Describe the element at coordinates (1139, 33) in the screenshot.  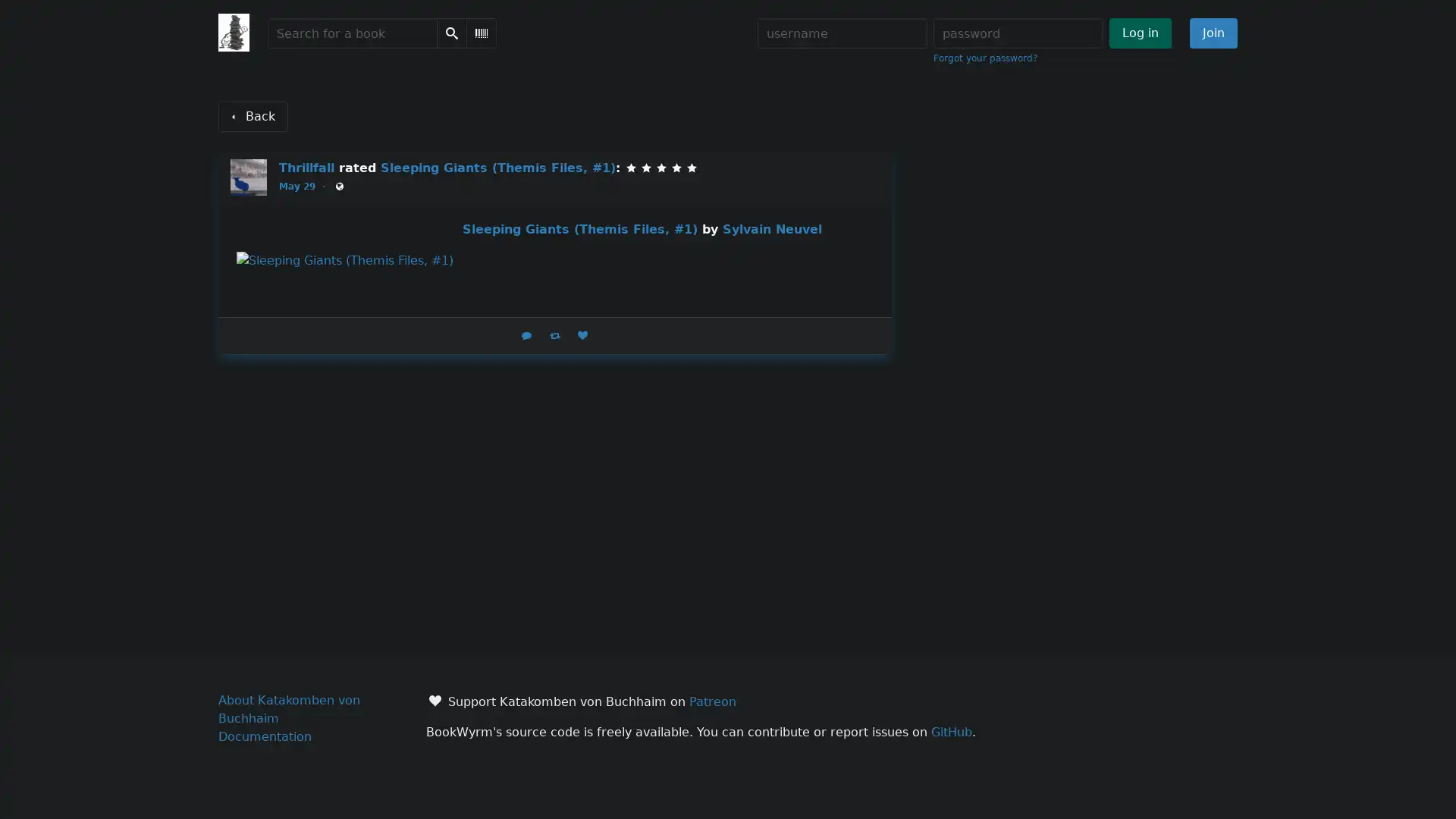
I see `Log in` at that location.